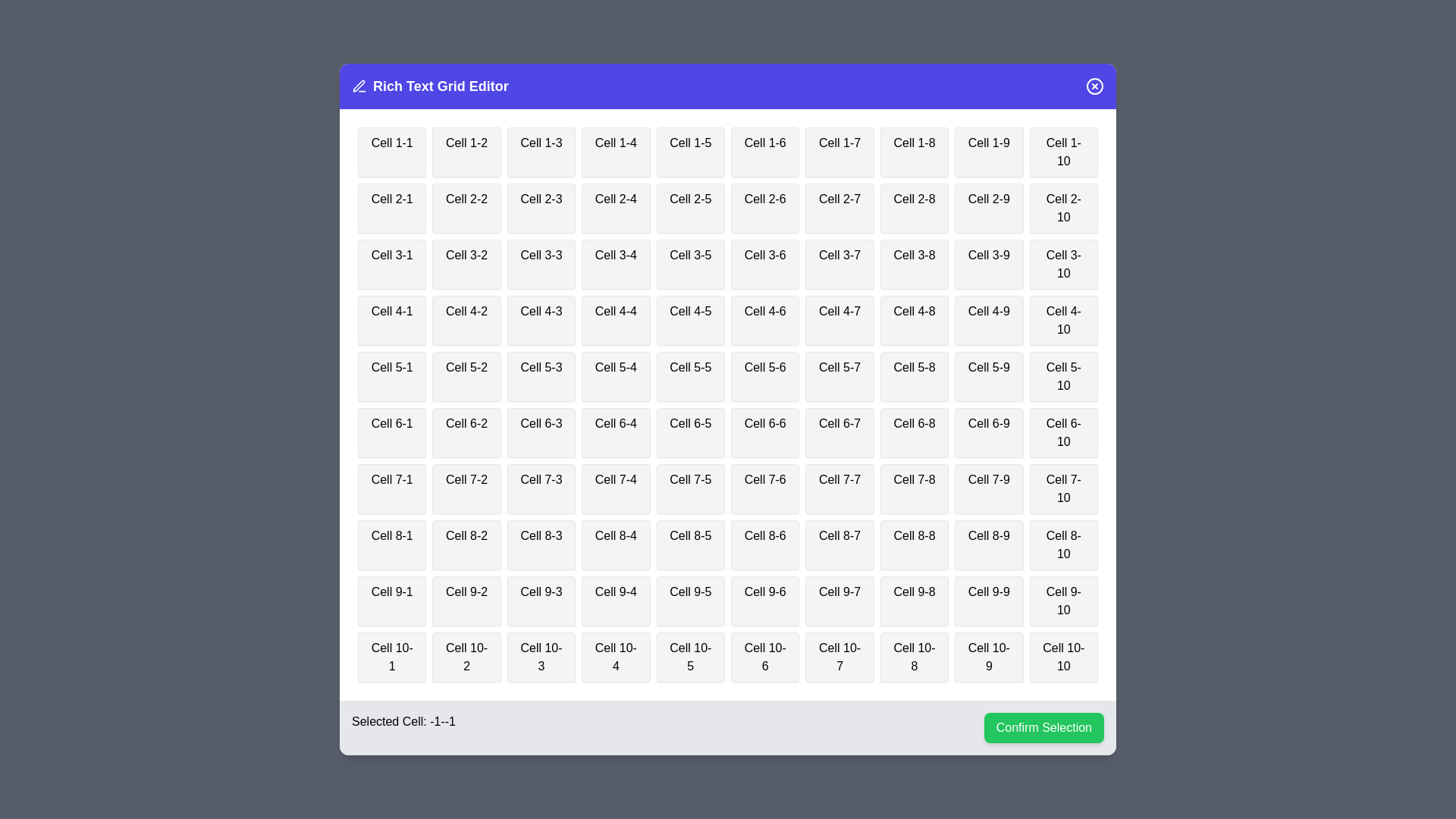 This screenshot has width=1456, height=819. I want to click on the 'Confirm Selection' button, so click(1043, 727).